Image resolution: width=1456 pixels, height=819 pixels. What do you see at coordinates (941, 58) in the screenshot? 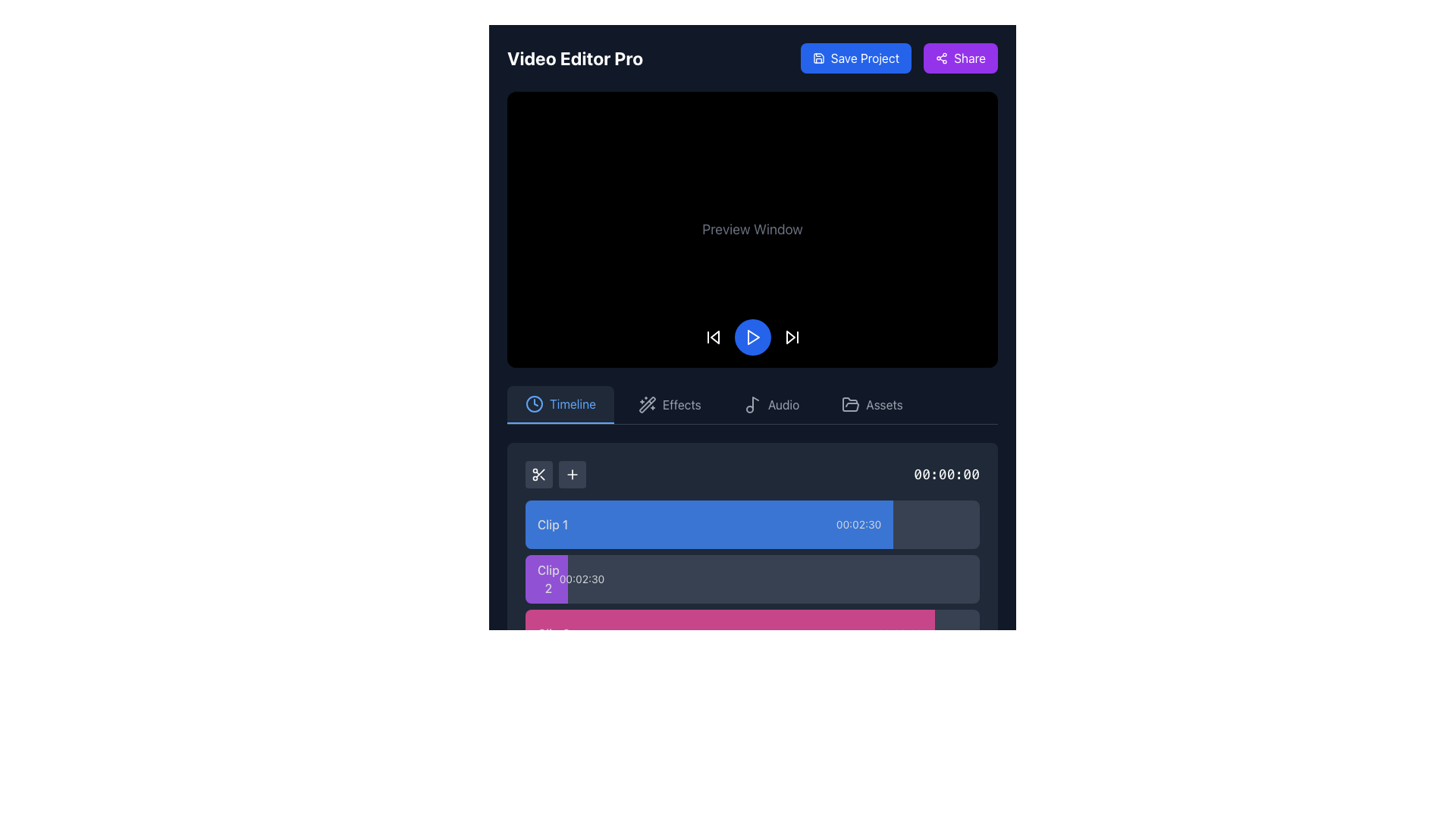
I see `the sharing icon located within the rounded rectangle button labeled 'Share' at the top-right corner of the application interface, positioned to the left of the text 'Share'` at bounding box center [941, 58].